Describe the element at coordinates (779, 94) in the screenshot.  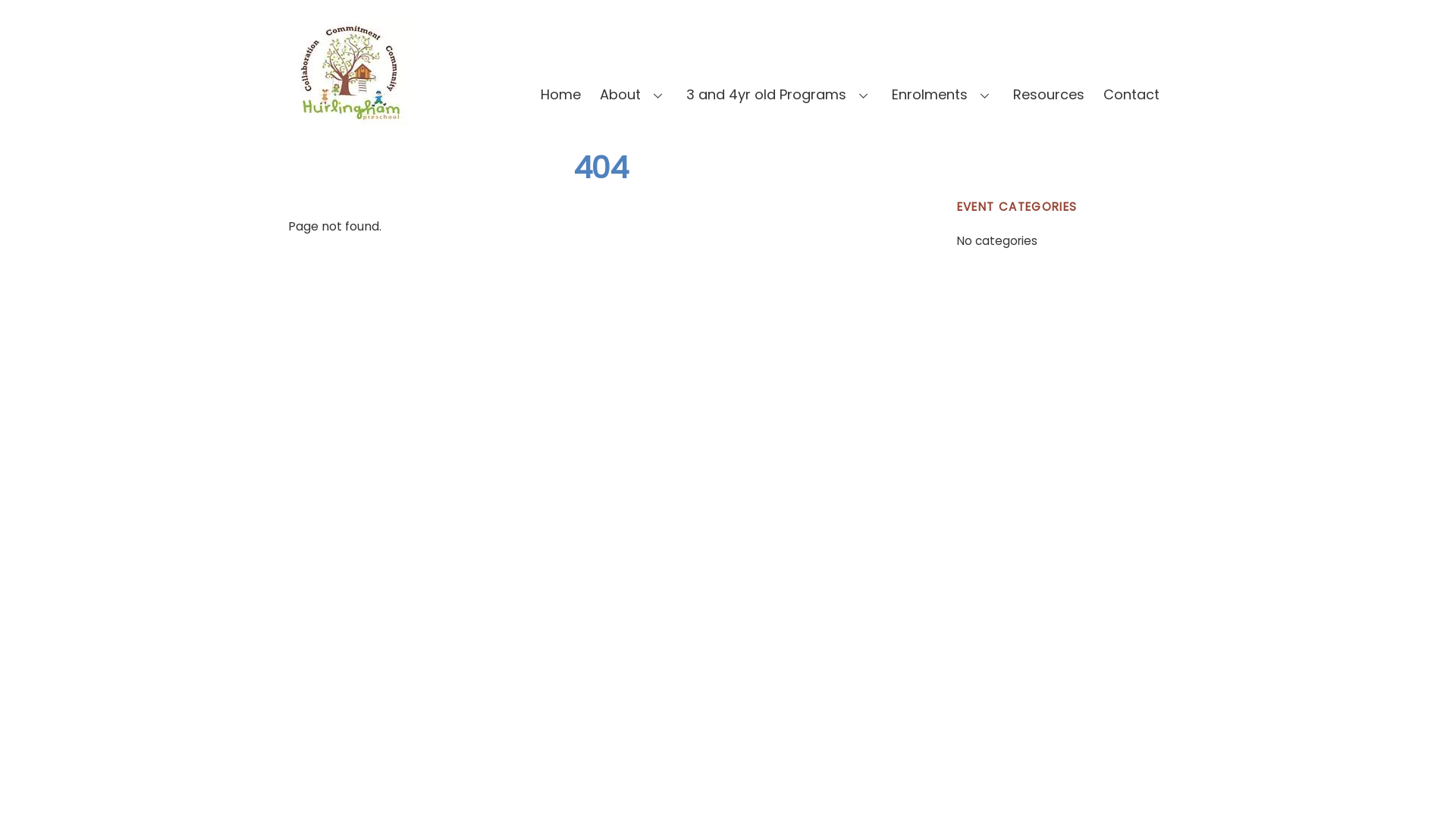
I see `'3 and 4yr old Programs'` at that location.